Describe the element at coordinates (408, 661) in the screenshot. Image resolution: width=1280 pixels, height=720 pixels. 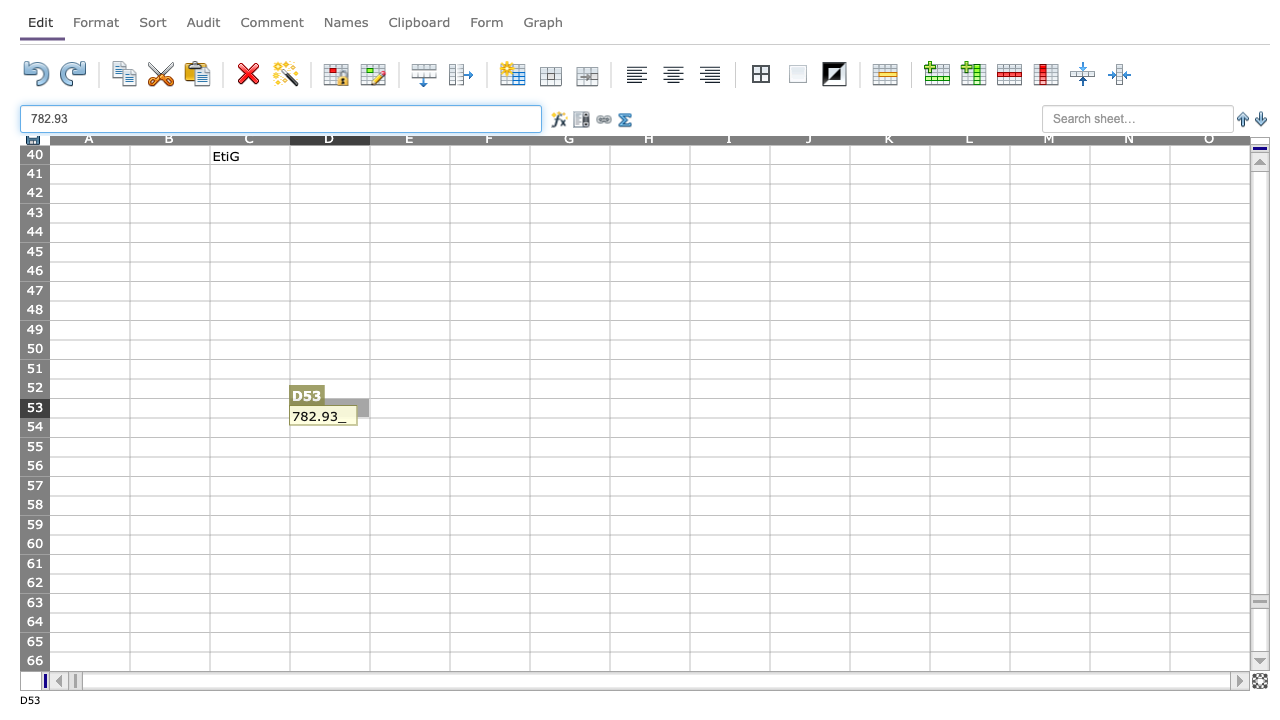
I see `Cell E-66` at that location.